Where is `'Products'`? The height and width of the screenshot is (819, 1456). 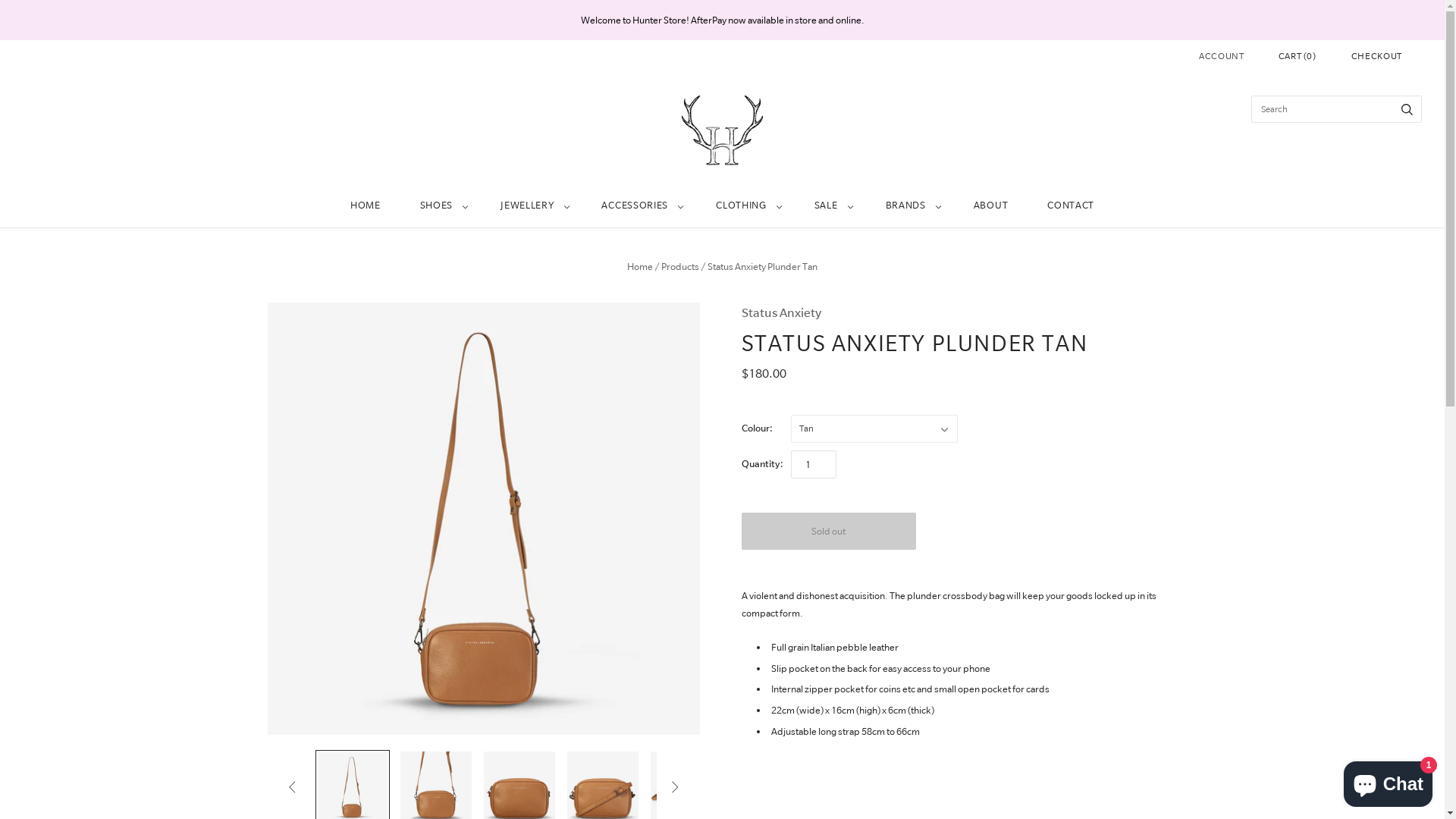
'Products' is located at coordinates (679, 265).